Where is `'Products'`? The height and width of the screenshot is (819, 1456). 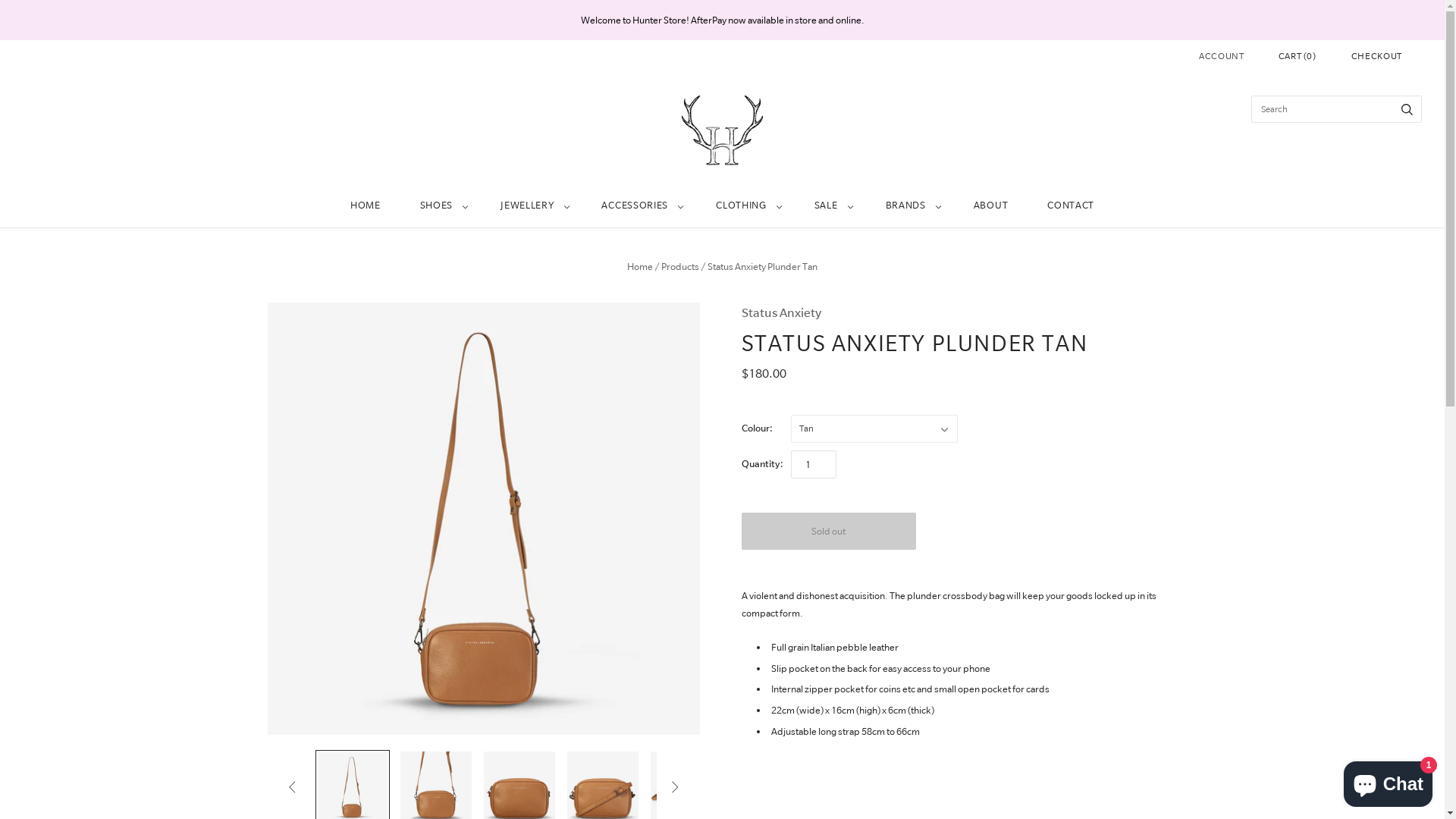
'Products' is located at coordinates (679, 265).